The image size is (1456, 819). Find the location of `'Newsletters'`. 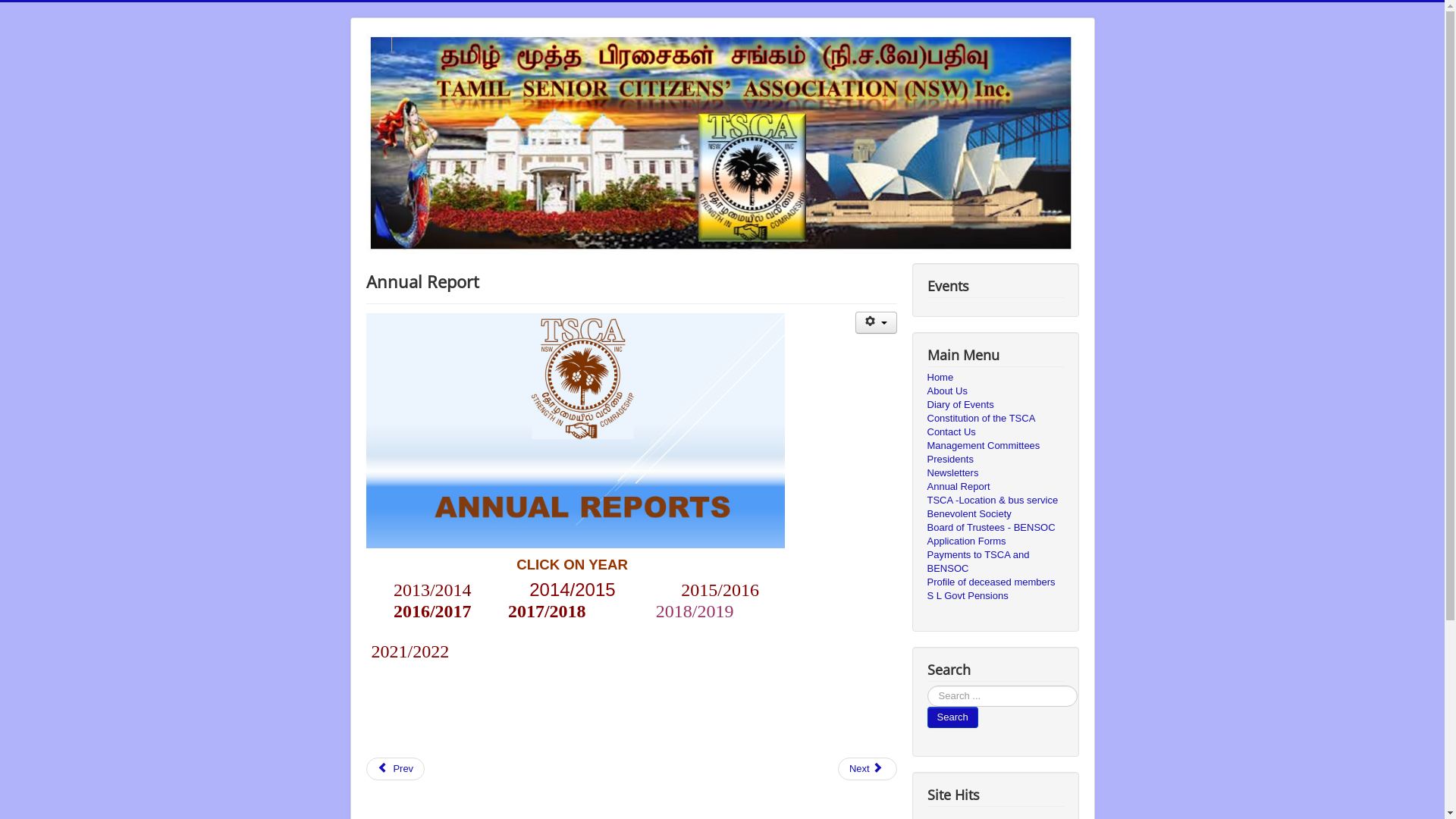

'Newsletters' is located at coordinates (994, 472).